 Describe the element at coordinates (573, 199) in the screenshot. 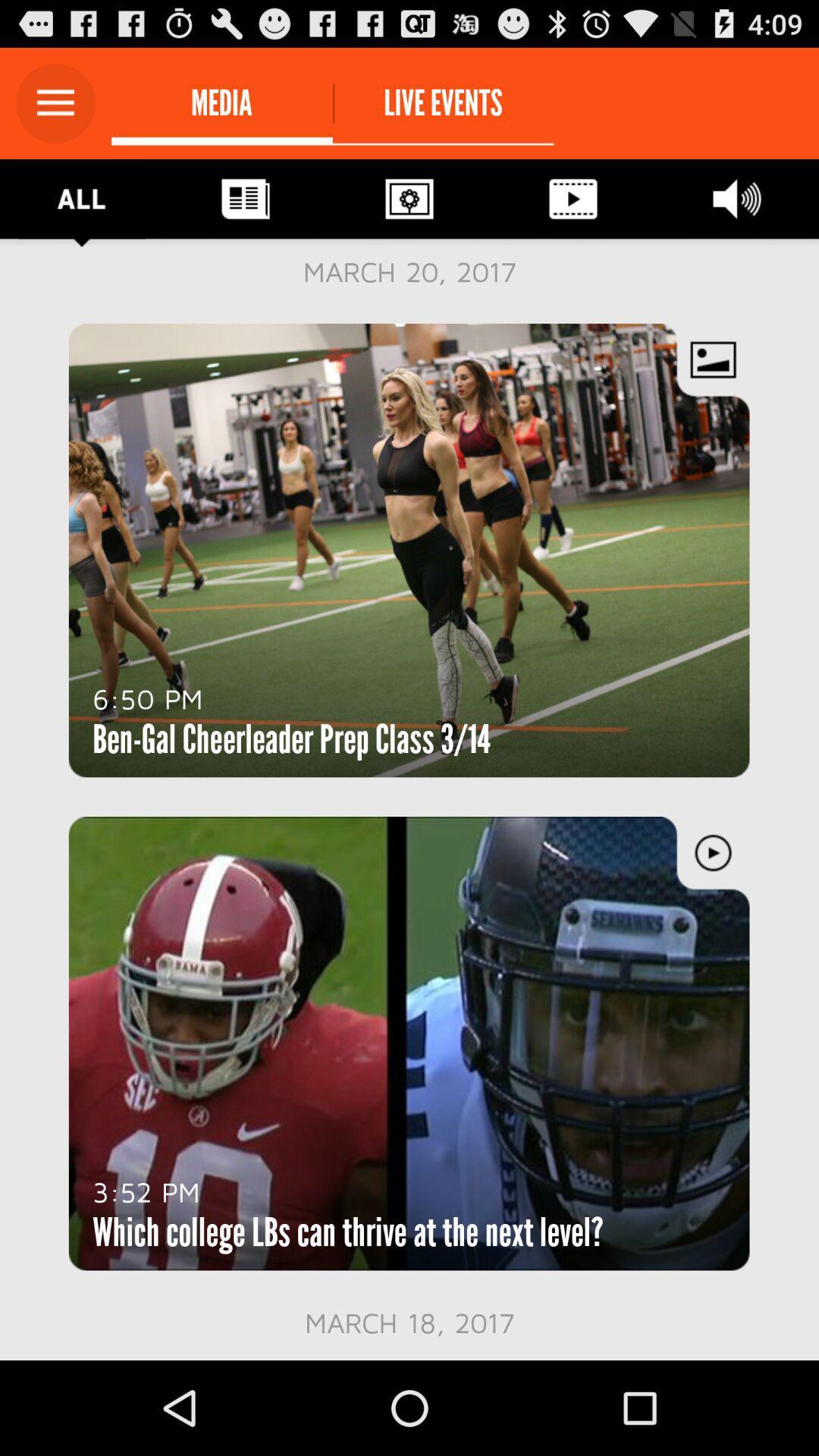

I see `fourth option in second row` at that location.